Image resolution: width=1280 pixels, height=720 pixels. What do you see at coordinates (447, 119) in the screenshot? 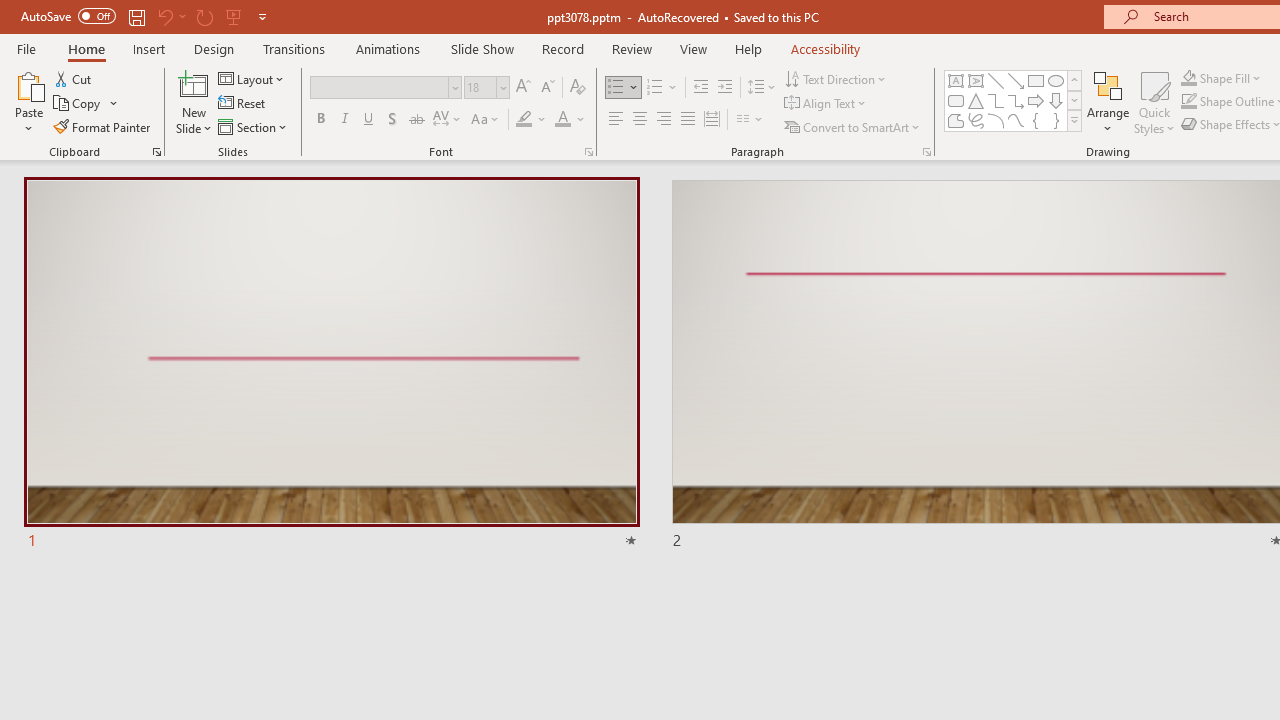
I see `'Character Spacing'` at bounding box center [447, 119].